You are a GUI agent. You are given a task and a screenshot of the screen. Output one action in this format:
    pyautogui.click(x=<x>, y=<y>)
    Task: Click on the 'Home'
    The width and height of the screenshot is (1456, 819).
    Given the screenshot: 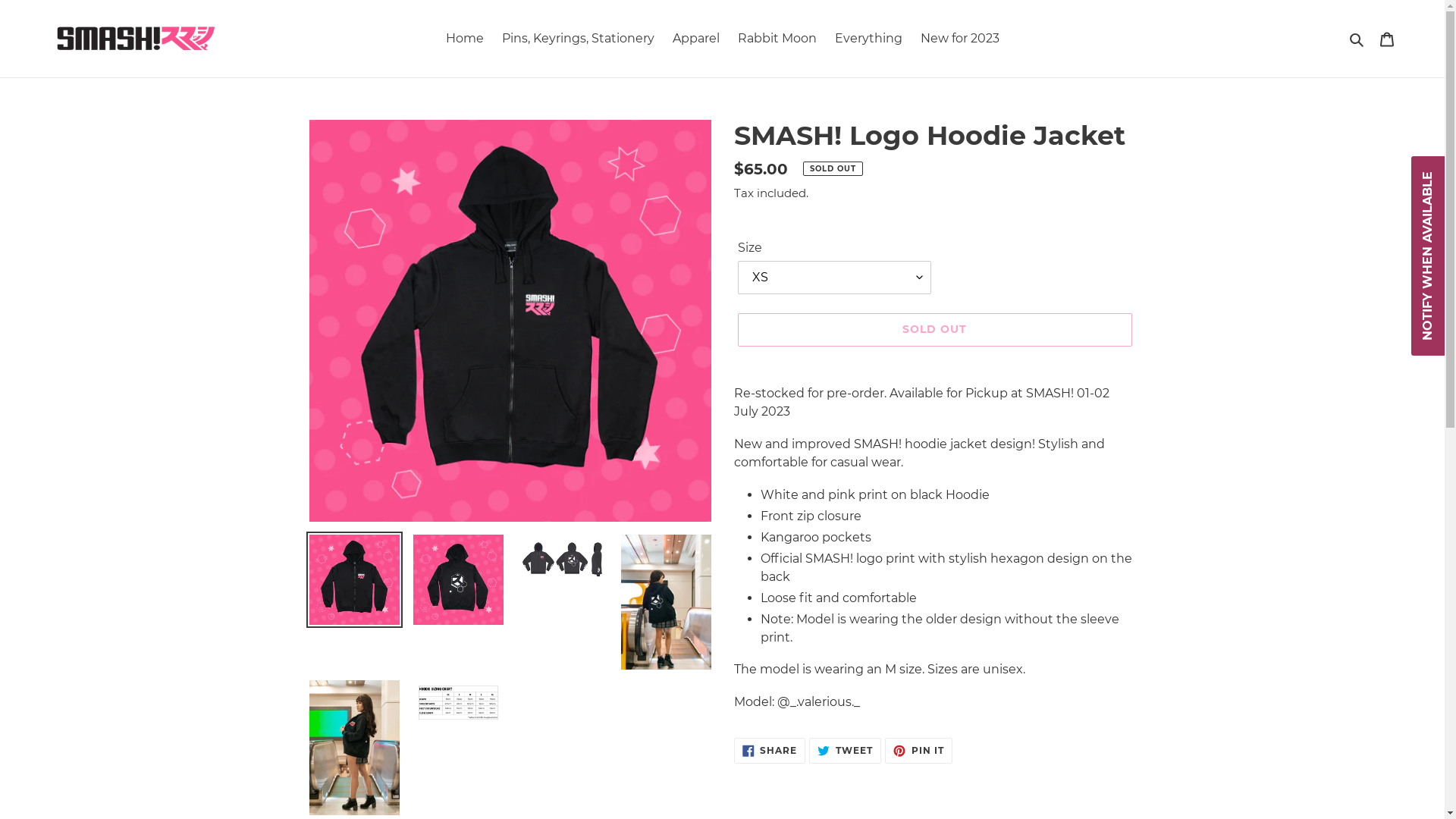 What is the action you would take?
    pyautogui.click(x=464, y=37)
    